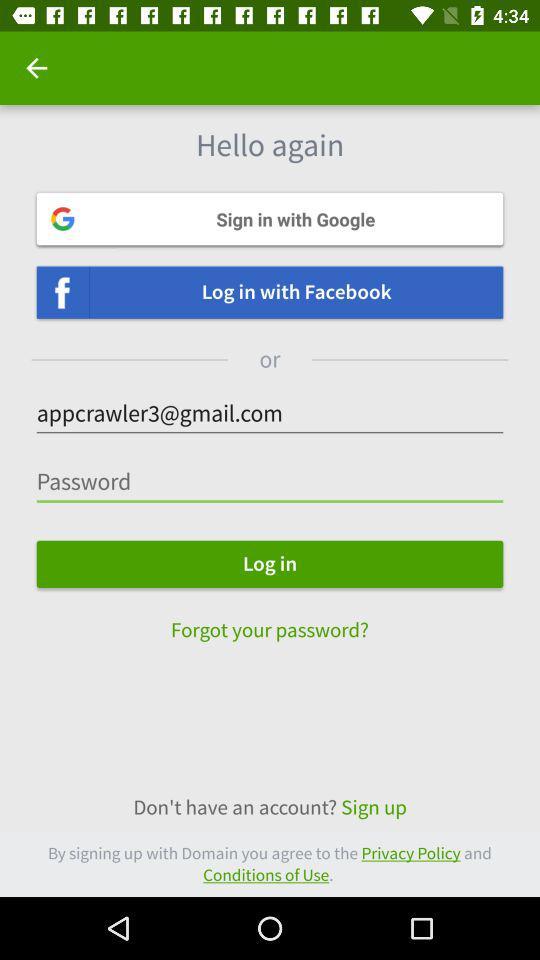 This screenshot has height=960, width=540. I want to click on forgot your password?, so click(270, 619).